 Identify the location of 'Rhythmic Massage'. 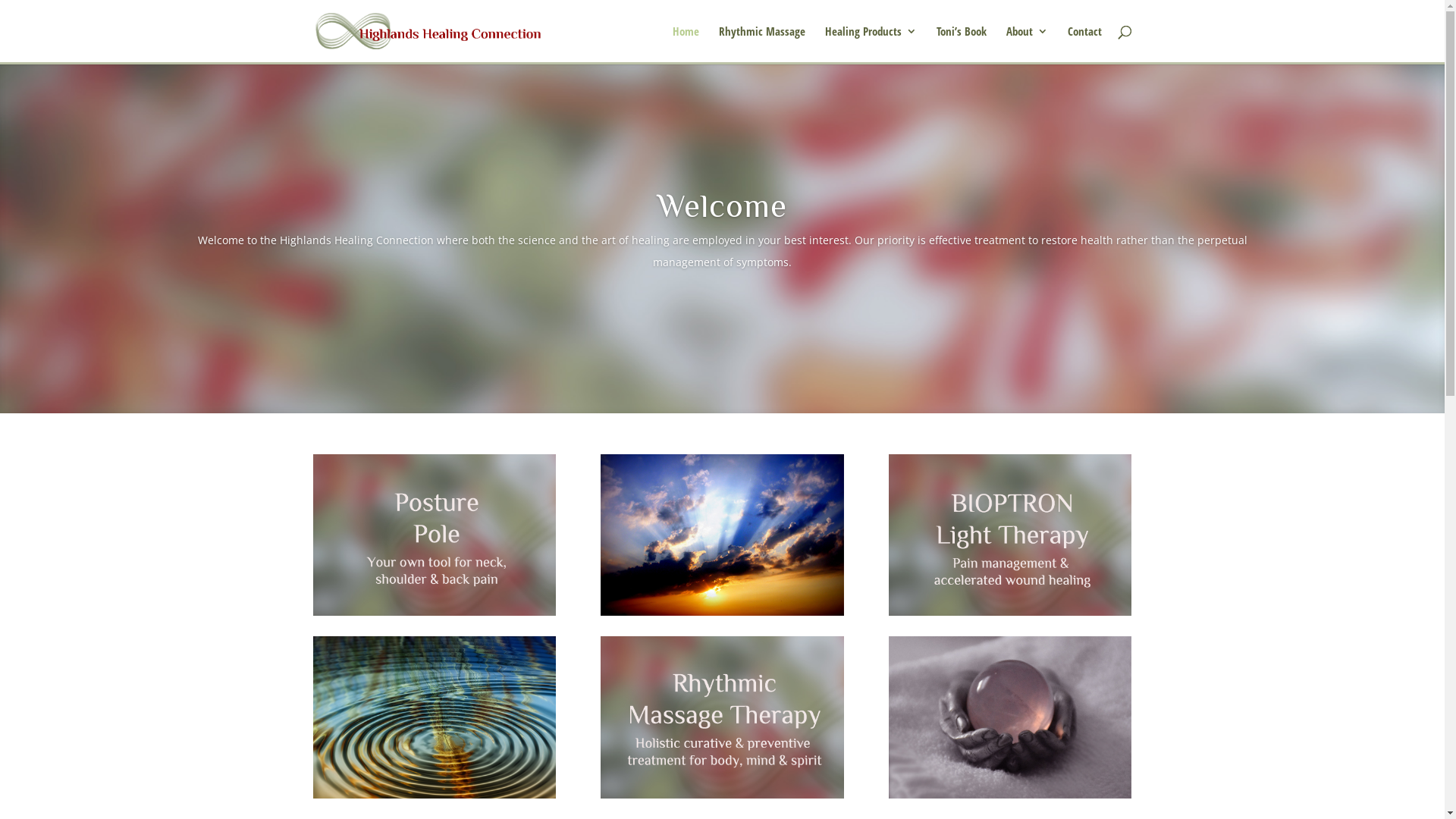
(761, 42).